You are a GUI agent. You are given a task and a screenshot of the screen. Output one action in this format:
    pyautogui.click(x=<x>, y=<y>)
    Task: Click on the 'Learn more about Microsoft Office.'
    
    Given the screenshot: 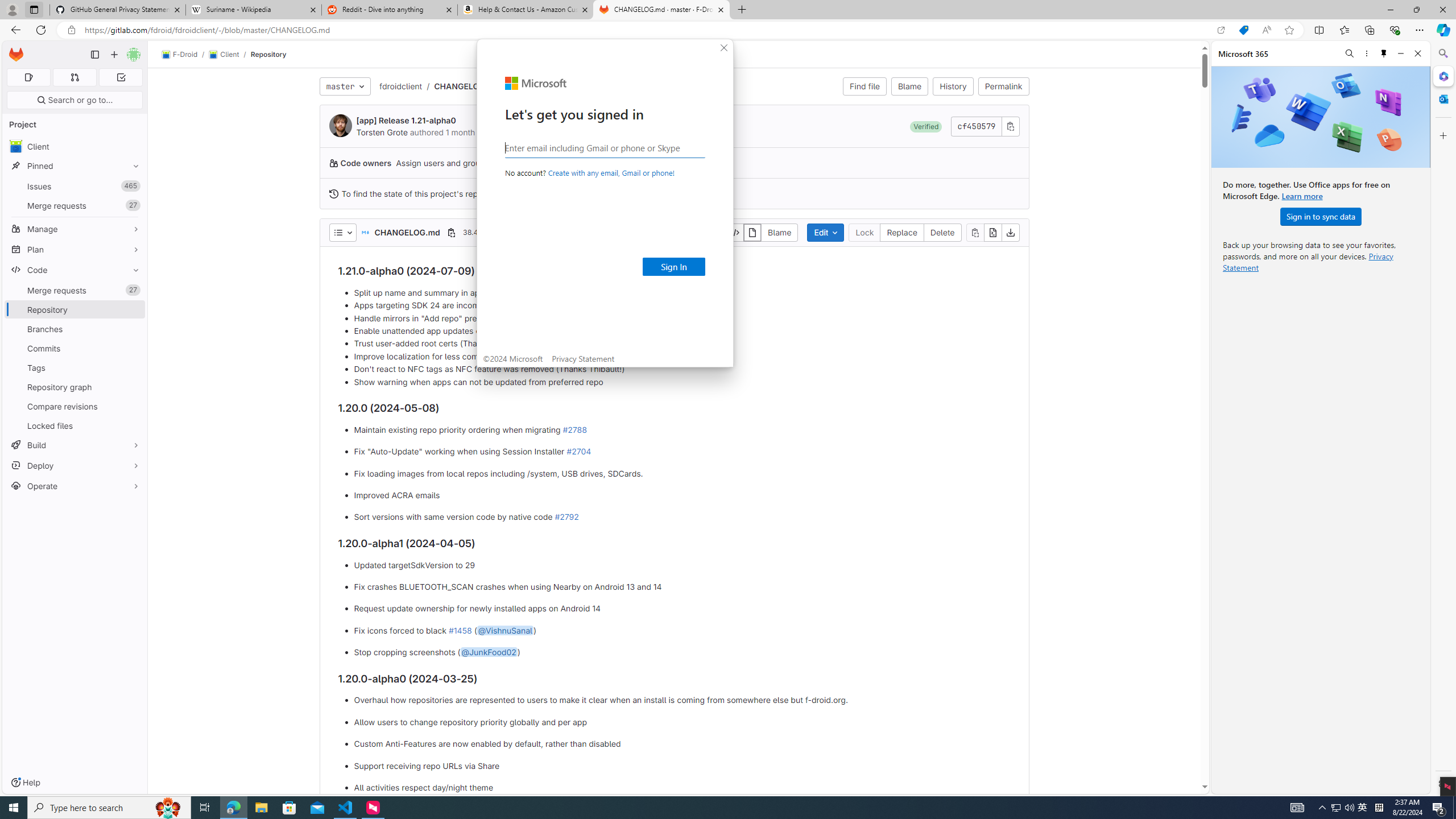 What is the action you would take?
    pyautogui.click(x=1301, y=196)
    